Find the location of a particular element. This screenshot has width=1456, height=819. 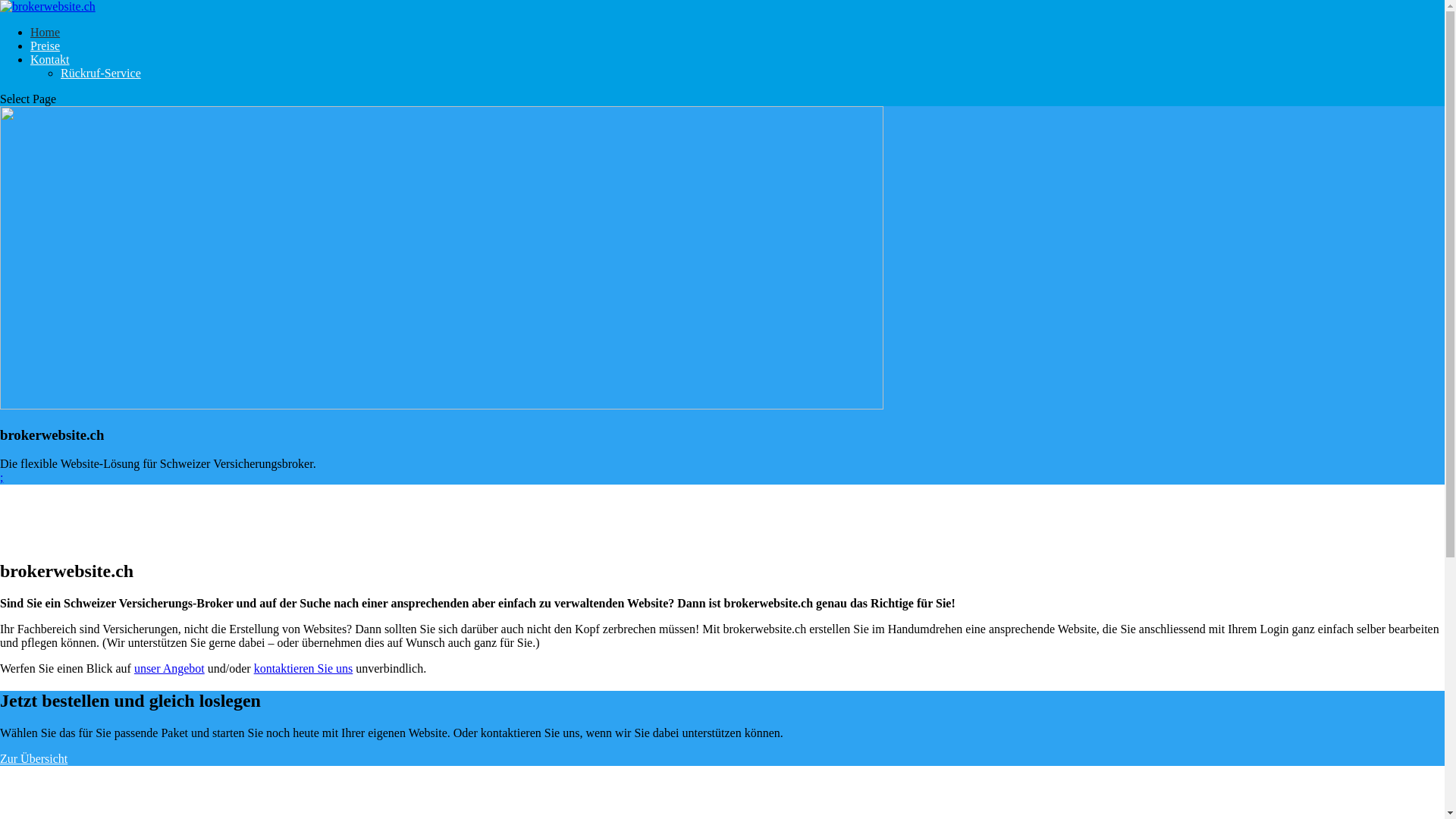

'Kontakt' is located at coordinates (30, 58).